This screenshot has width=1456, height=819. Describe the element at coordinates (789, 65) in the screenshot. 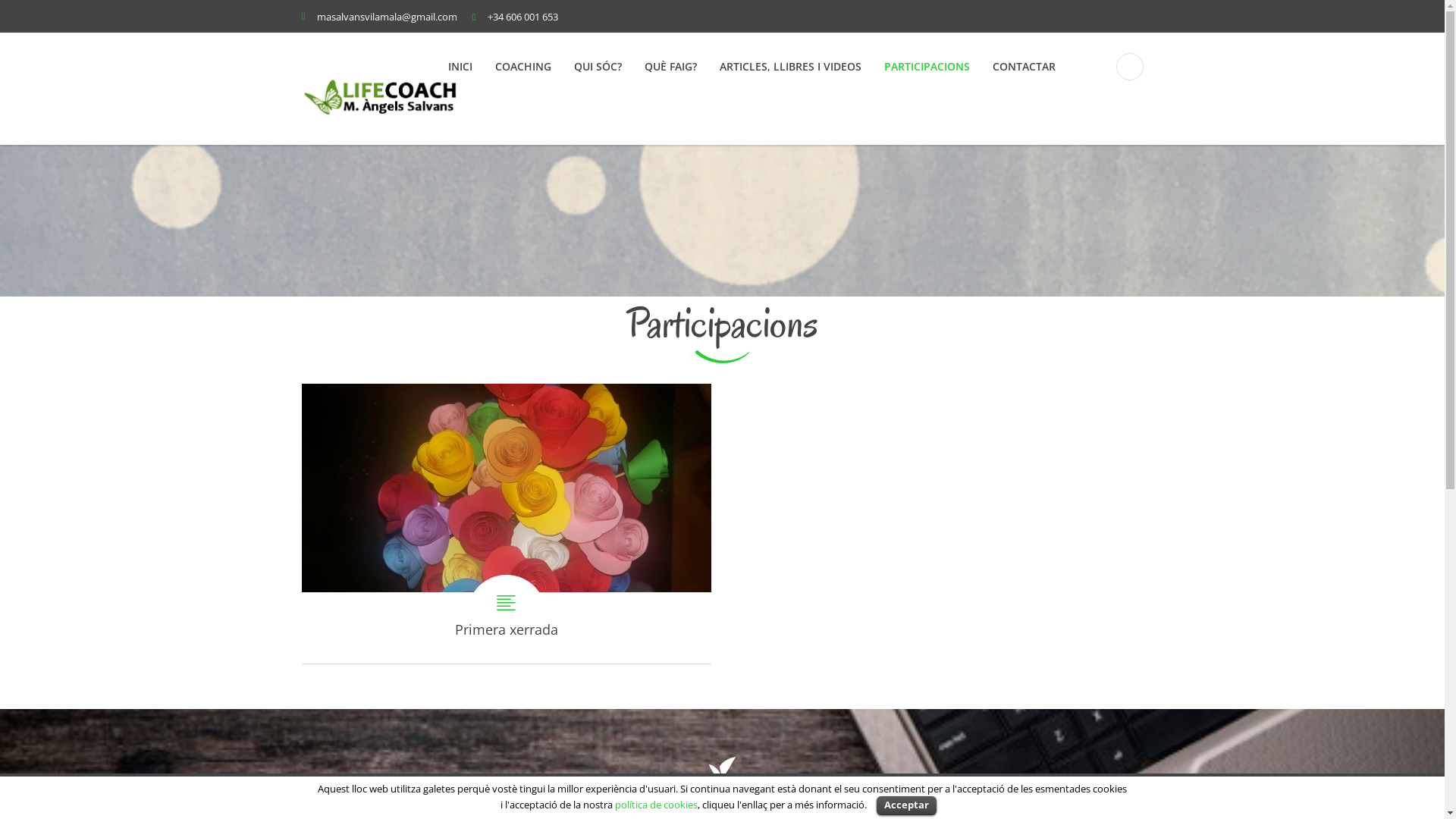

I see `'ARTICLES, LLIBRES I VIDEOS'` at that location.